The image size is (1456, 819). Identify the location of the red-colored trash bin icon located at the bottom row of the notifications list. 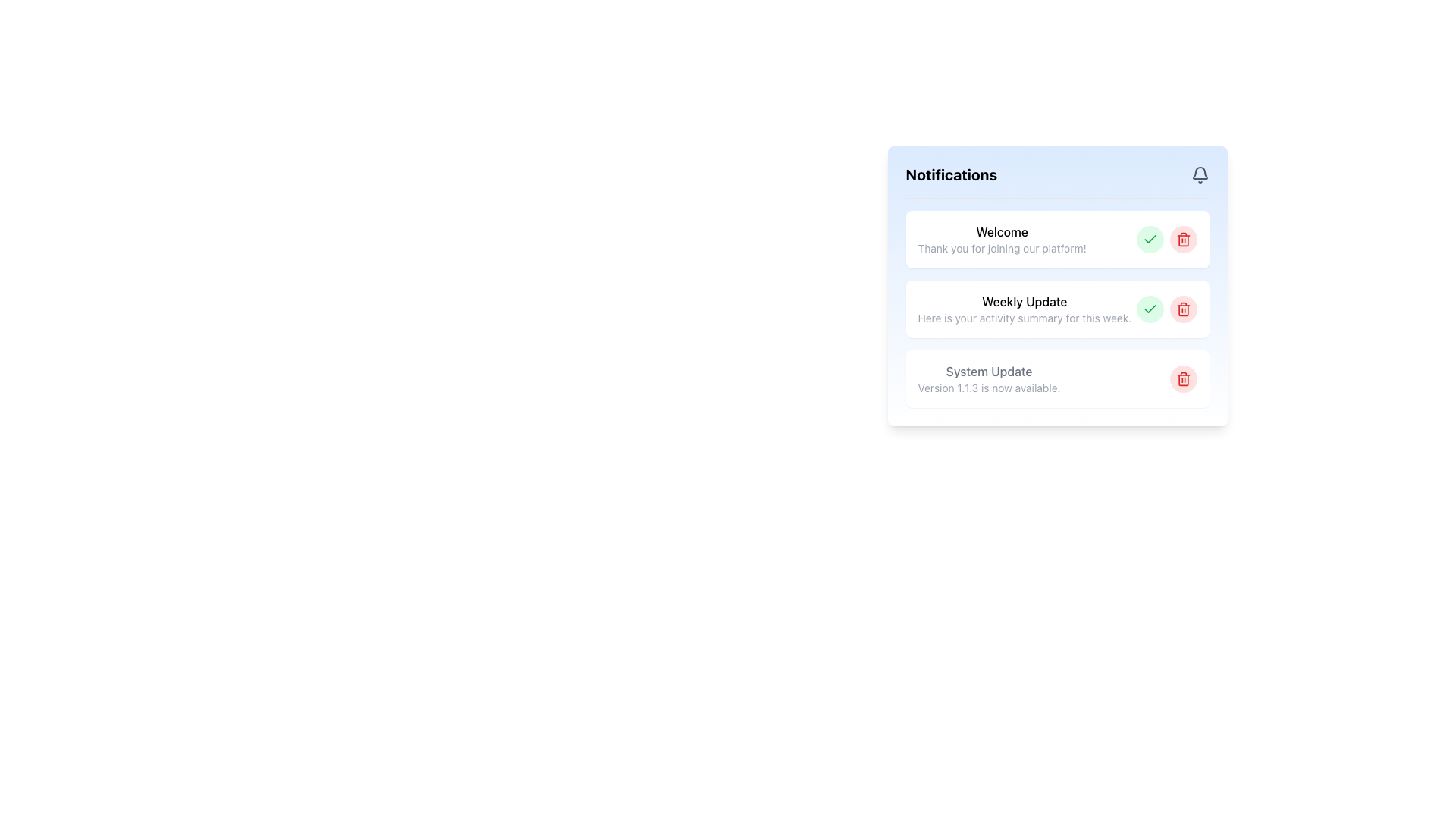
(1182, 379).